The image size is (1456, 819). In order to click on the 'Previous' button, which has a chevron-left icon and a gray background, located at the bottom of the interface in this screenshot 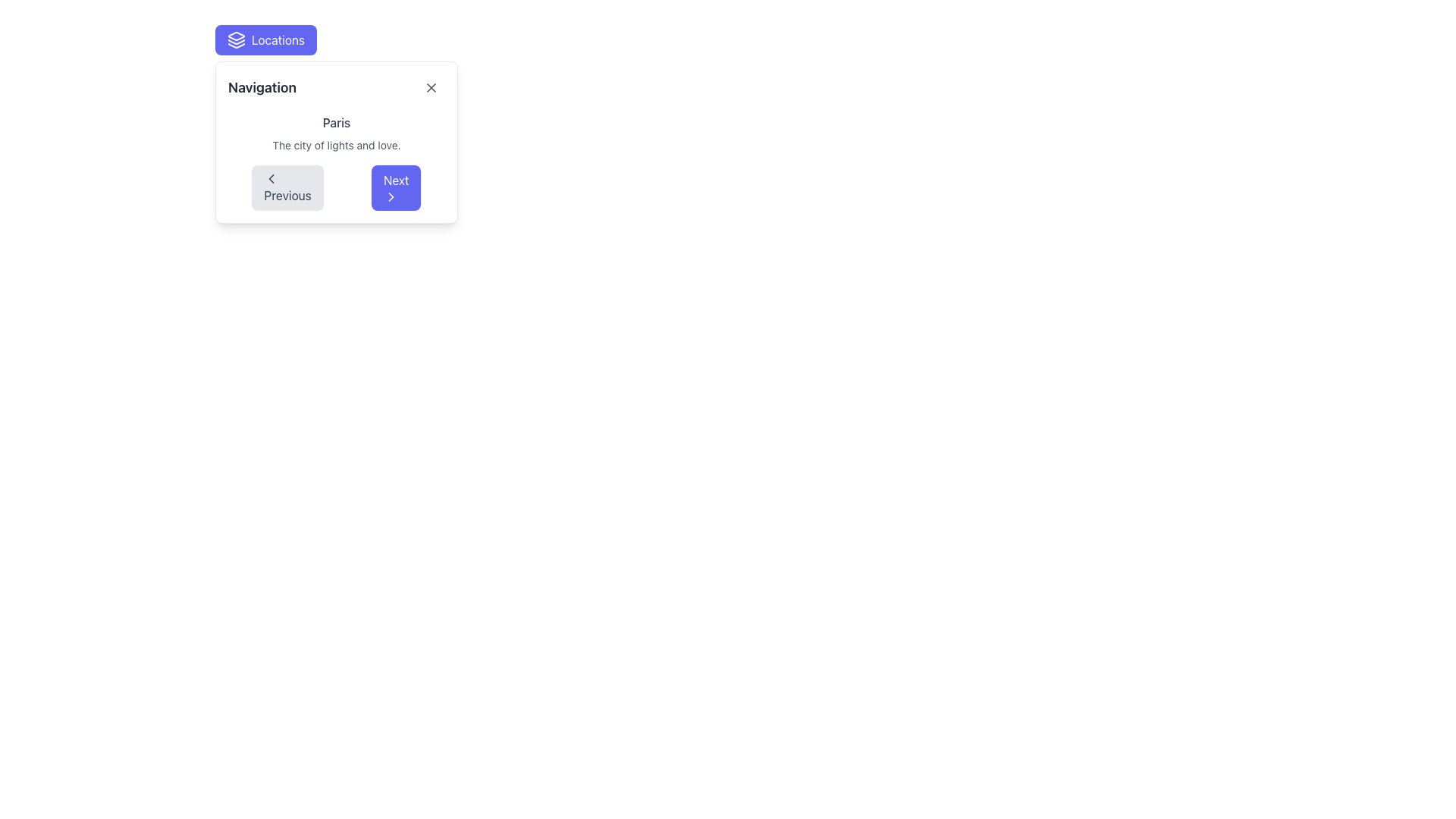, I will do `click(287, 187)`.